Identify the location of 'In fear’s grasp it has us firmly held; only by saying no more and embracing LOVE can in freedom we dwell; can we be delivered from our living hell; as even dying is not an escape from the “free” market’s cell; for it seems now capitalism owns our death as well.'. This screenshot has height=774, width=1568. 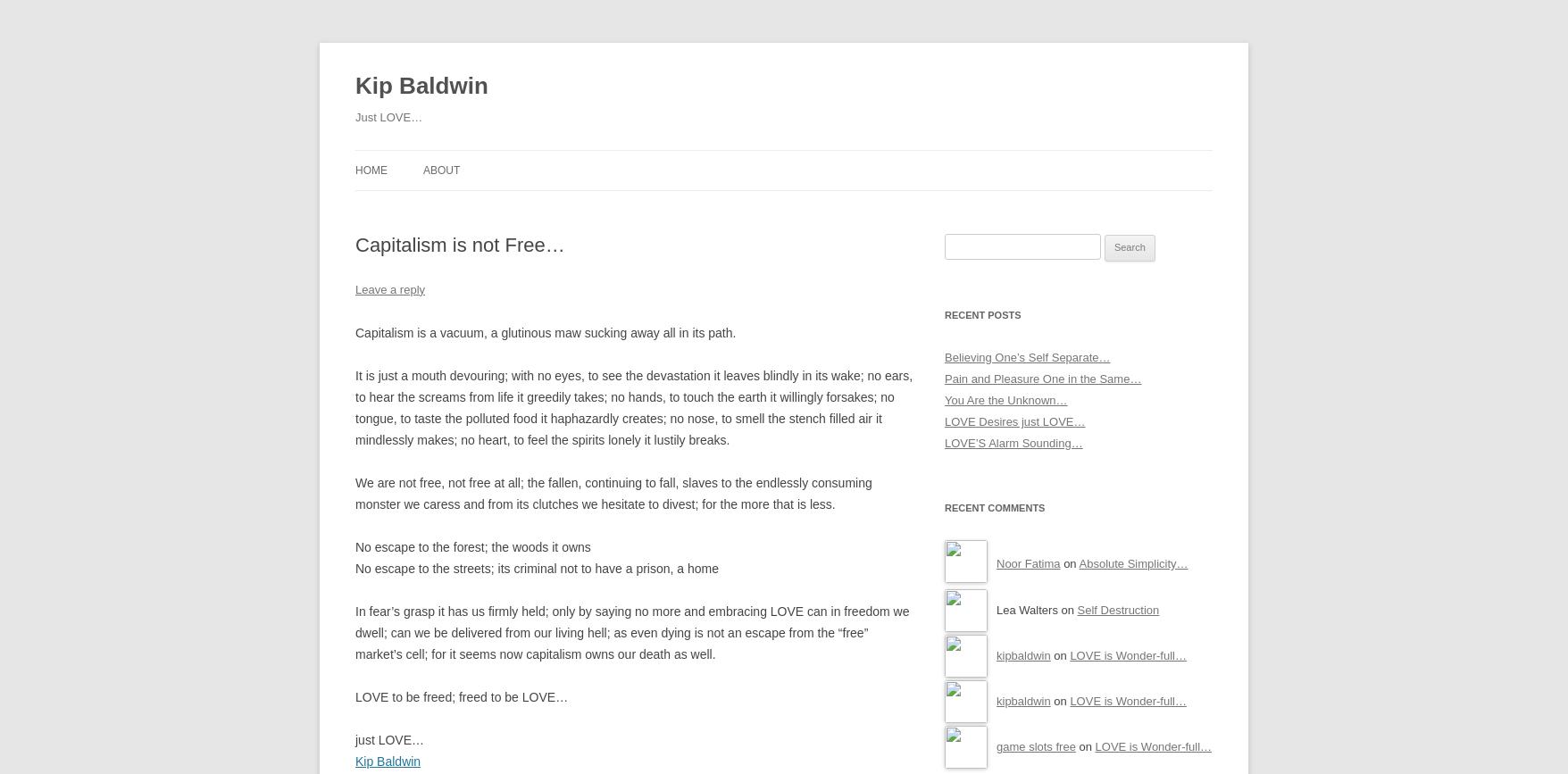
(632, 630).